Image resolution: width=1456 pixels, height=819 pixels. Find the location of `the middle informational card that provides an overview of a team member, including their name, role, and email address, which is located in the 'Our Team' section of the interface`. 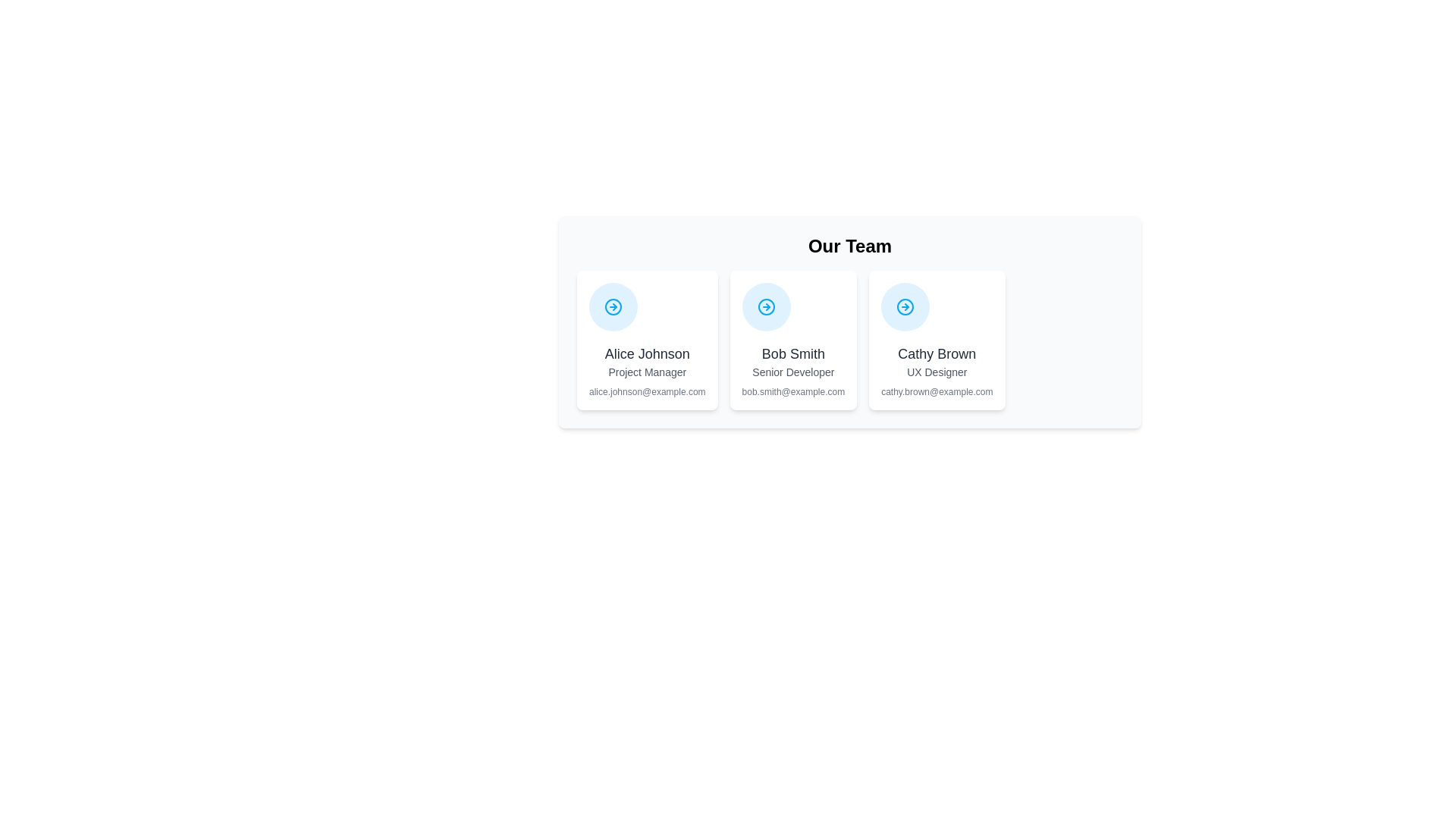

the middle informational card that provides an overview of a team member, including their name, role, and email address, which is located in the 'Our Team' section of the interface is located at coordinates (850, 339).